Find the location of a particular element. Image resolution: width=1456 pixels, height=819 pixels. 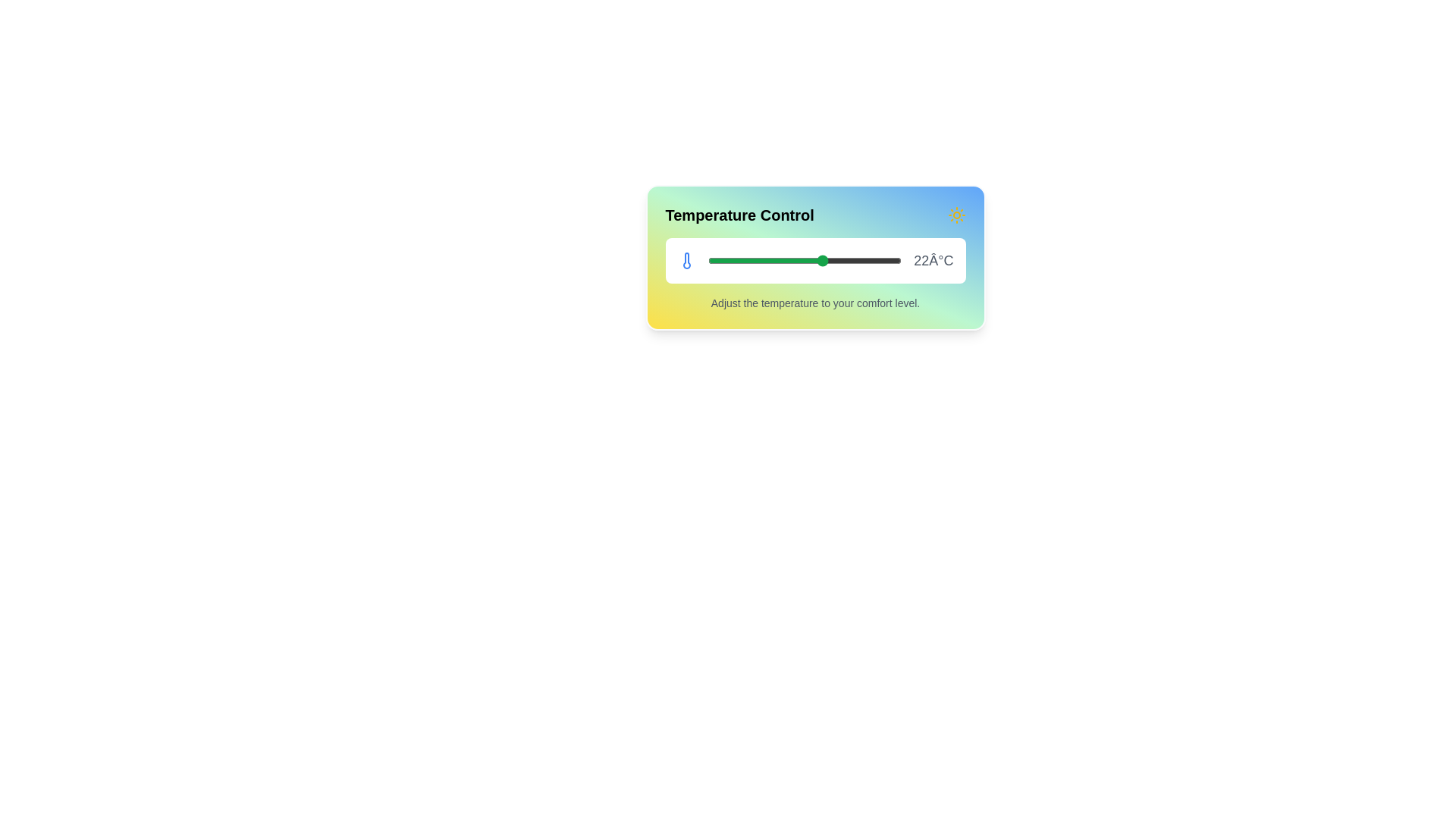

temperature is located at coordinates (853, 259).